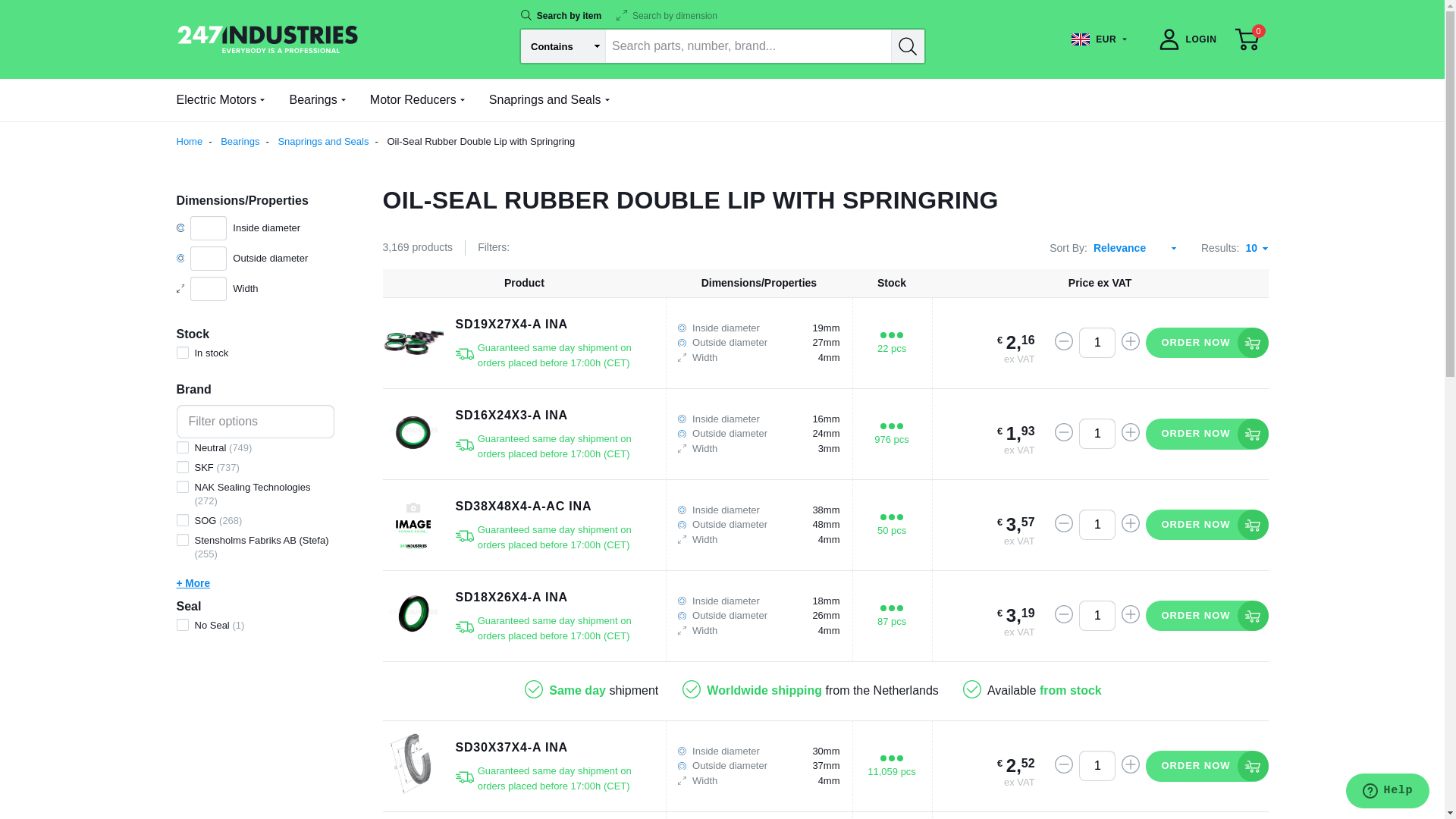 The height and width of the screenshot is (819, 1456). Describe the element at coordinates (454, 415) in the screenshot. I see `'SD16X24X3-A INA'` at that location.